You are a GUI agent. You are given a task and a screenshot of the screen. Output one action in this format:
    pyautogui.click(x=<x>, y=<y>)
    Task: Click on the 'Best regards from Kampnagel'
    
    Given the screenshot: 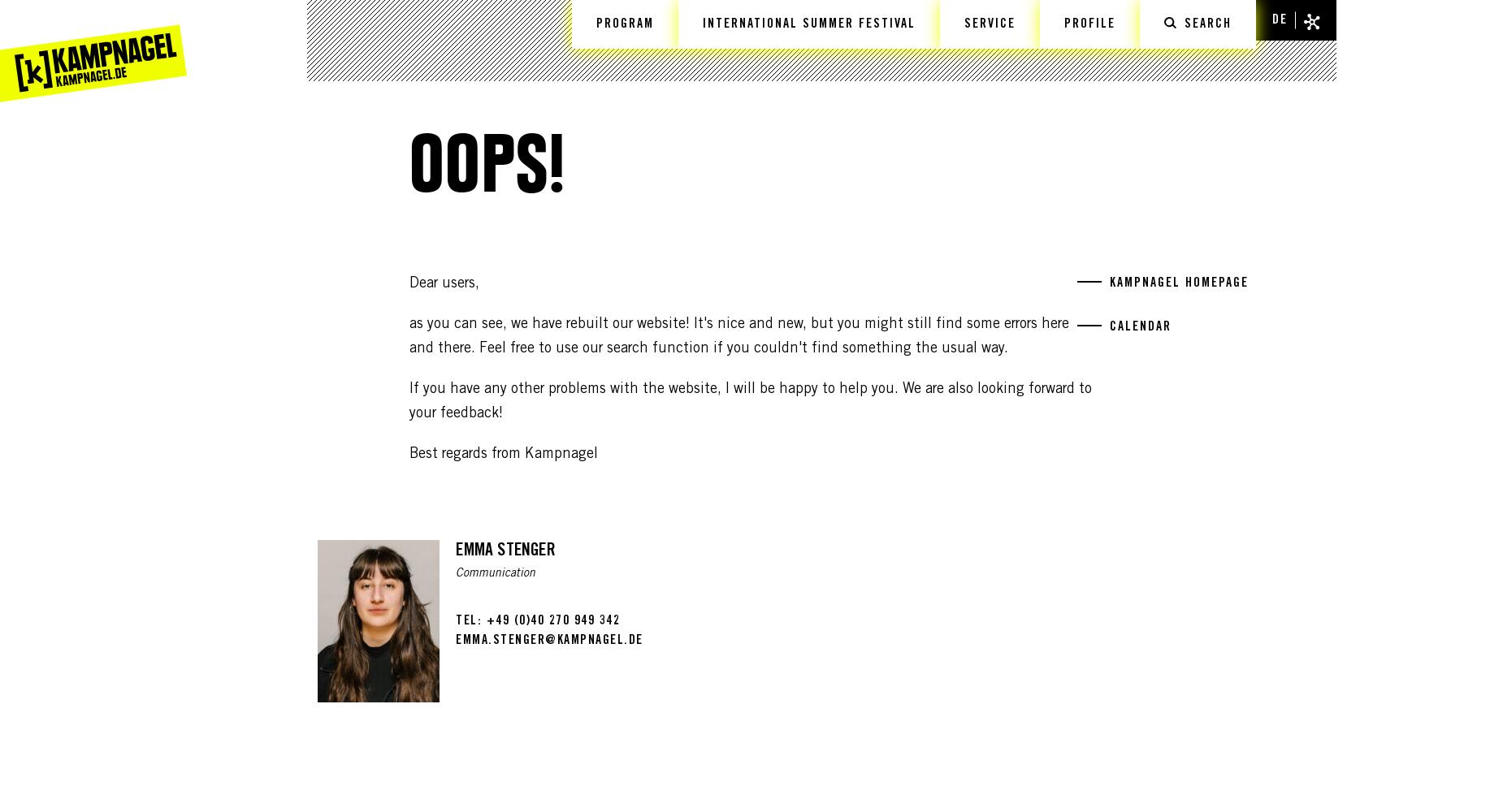 What is the action you would take?
    pyautogui.click(x=503, y=455)
    